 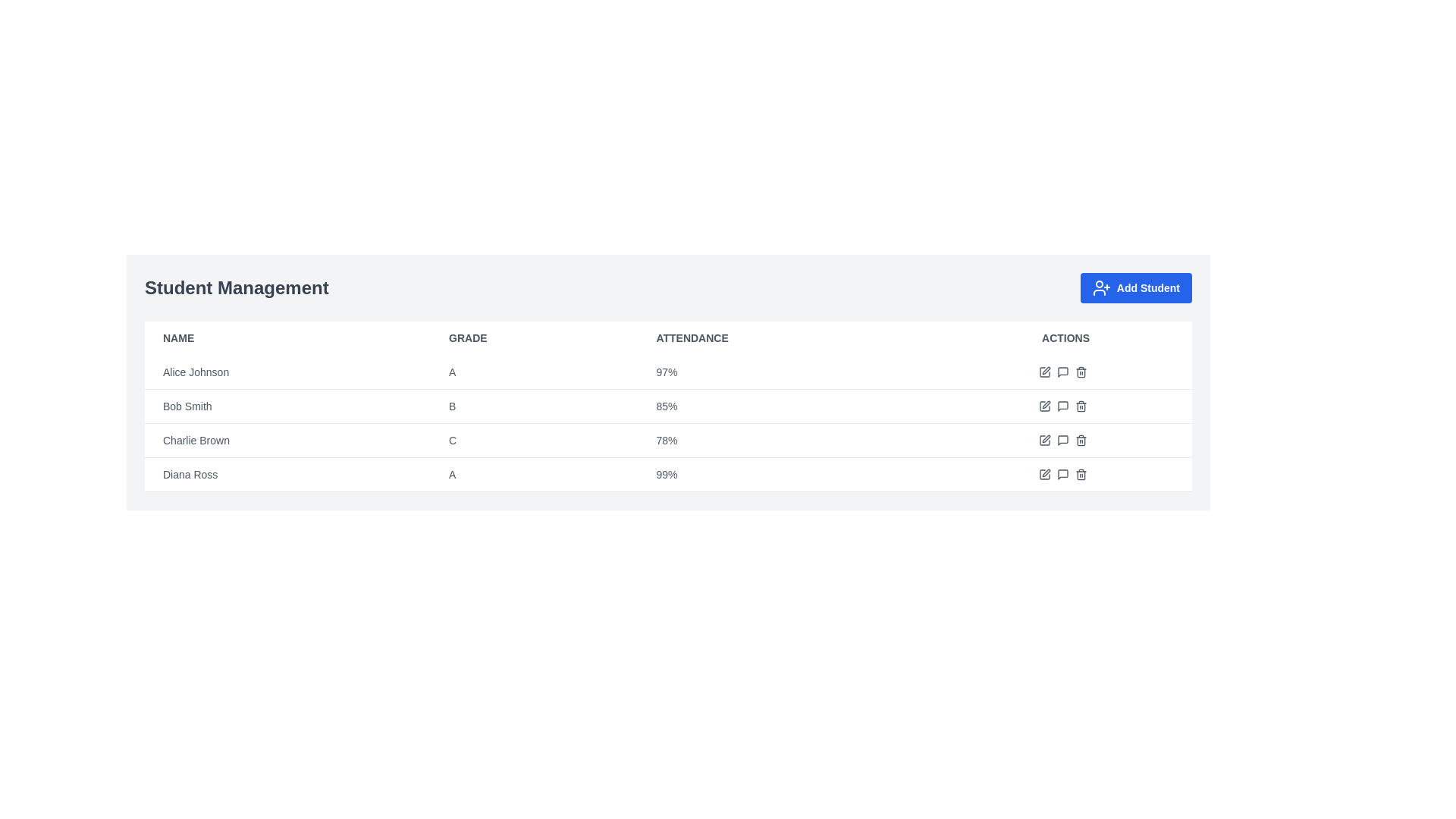 I want to click on the text label indicating 'Diana Ross' located in the fourth row of the 'NAME' column to highlight or select it, so click(x=190, y=473).